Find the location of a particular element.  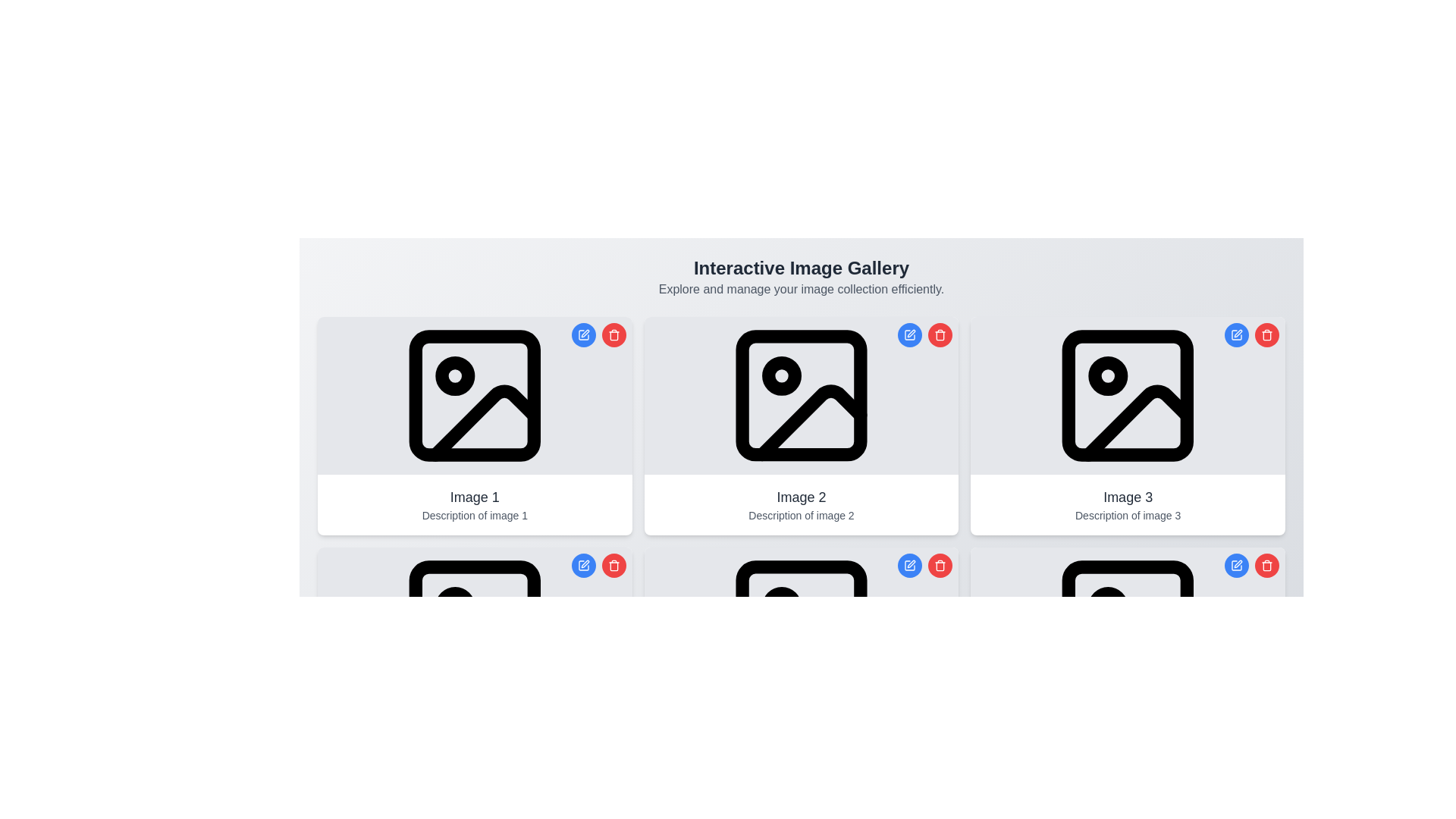

the Text description area displaying 'Image 2' and 'Description of image 2' to interact with additional features is located at coordinates (800, 505).